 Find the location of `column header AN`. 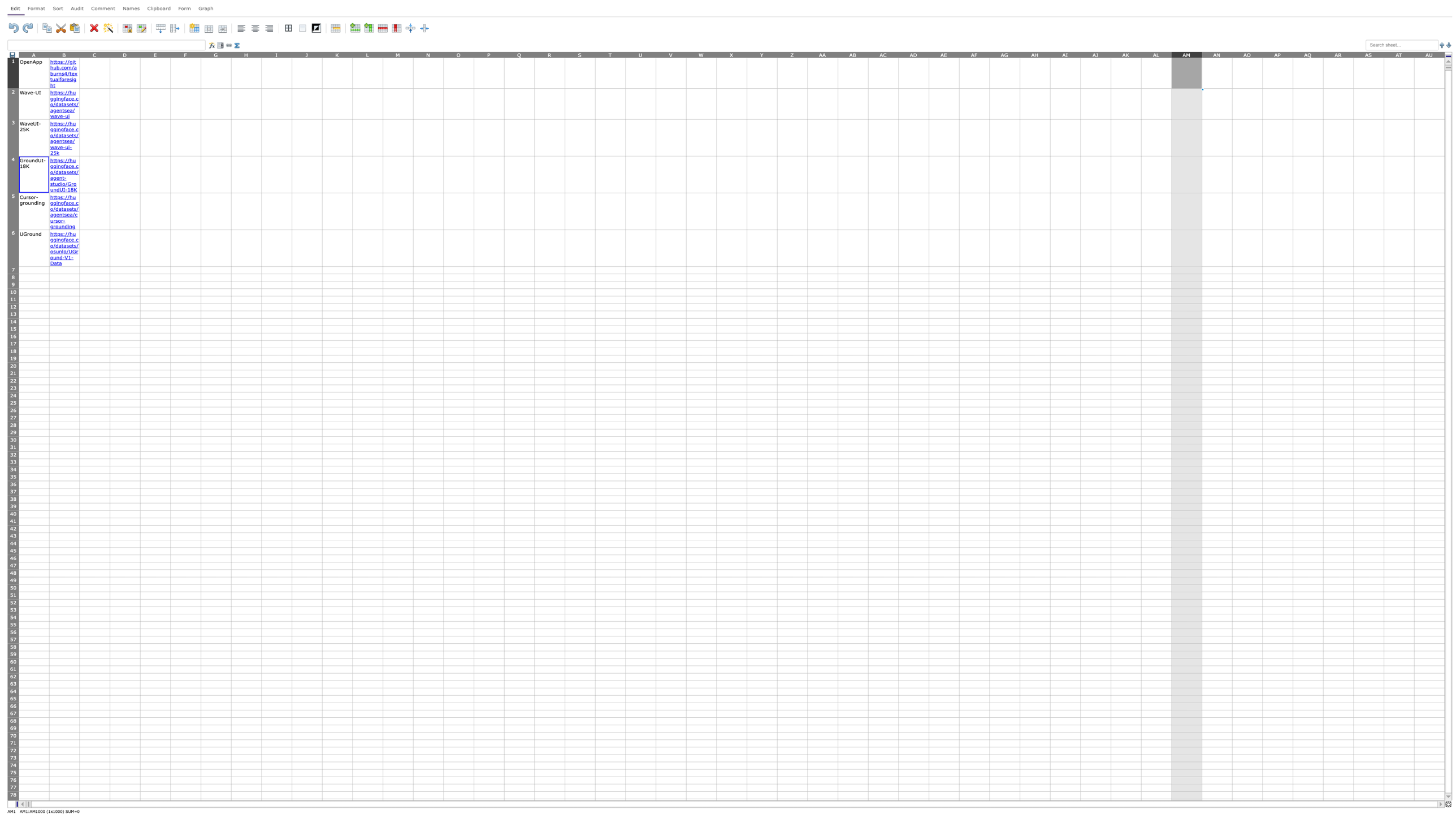

column header AN is located at coordinates (1216, 54).